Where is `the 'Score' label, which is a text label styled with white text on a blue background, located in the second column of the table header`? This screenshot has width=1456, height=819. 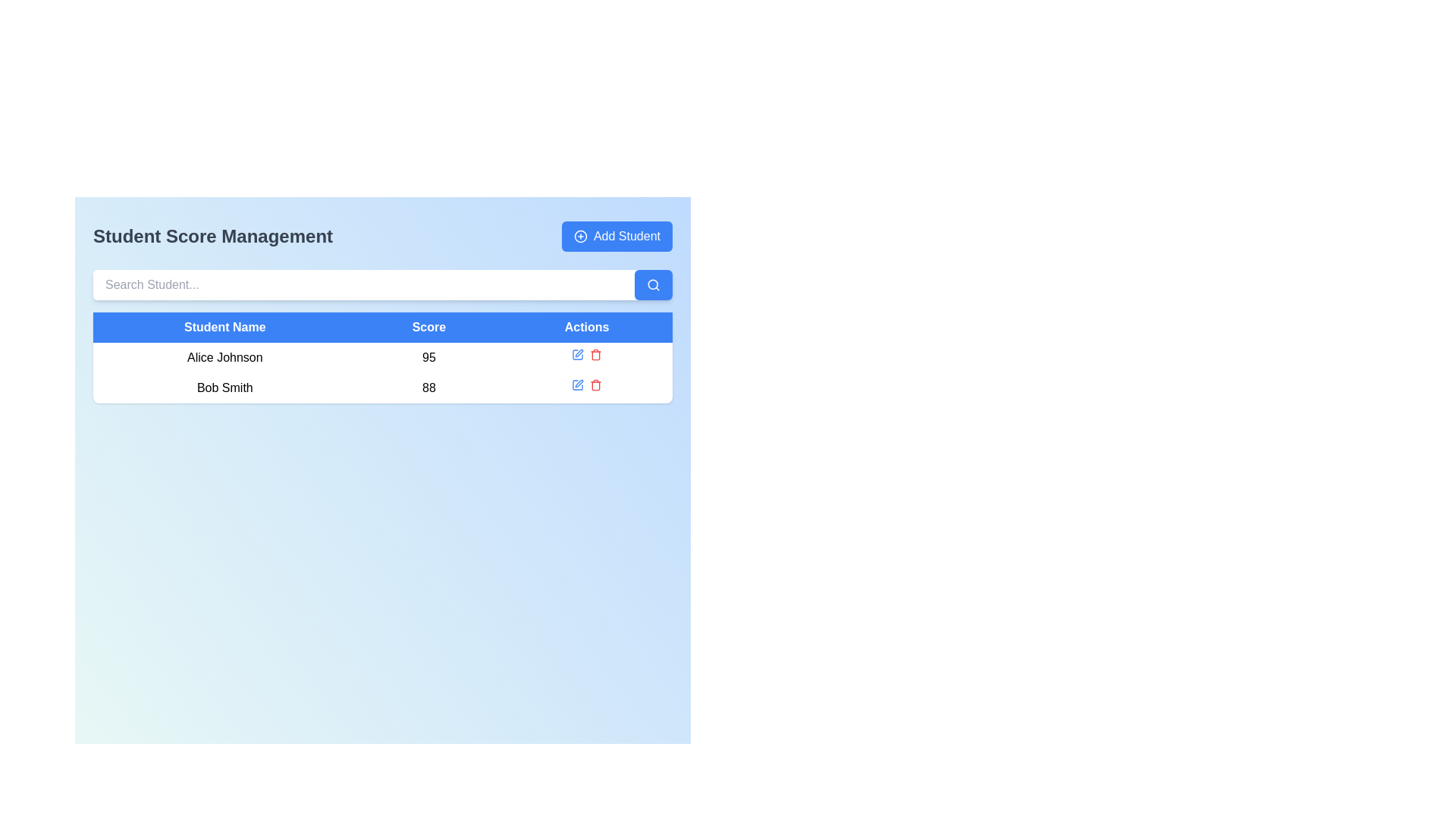 the 'Score' label, which is a text label styled with white text on a blue background, located in the second column of the table header is located at coordinates (428, 327).